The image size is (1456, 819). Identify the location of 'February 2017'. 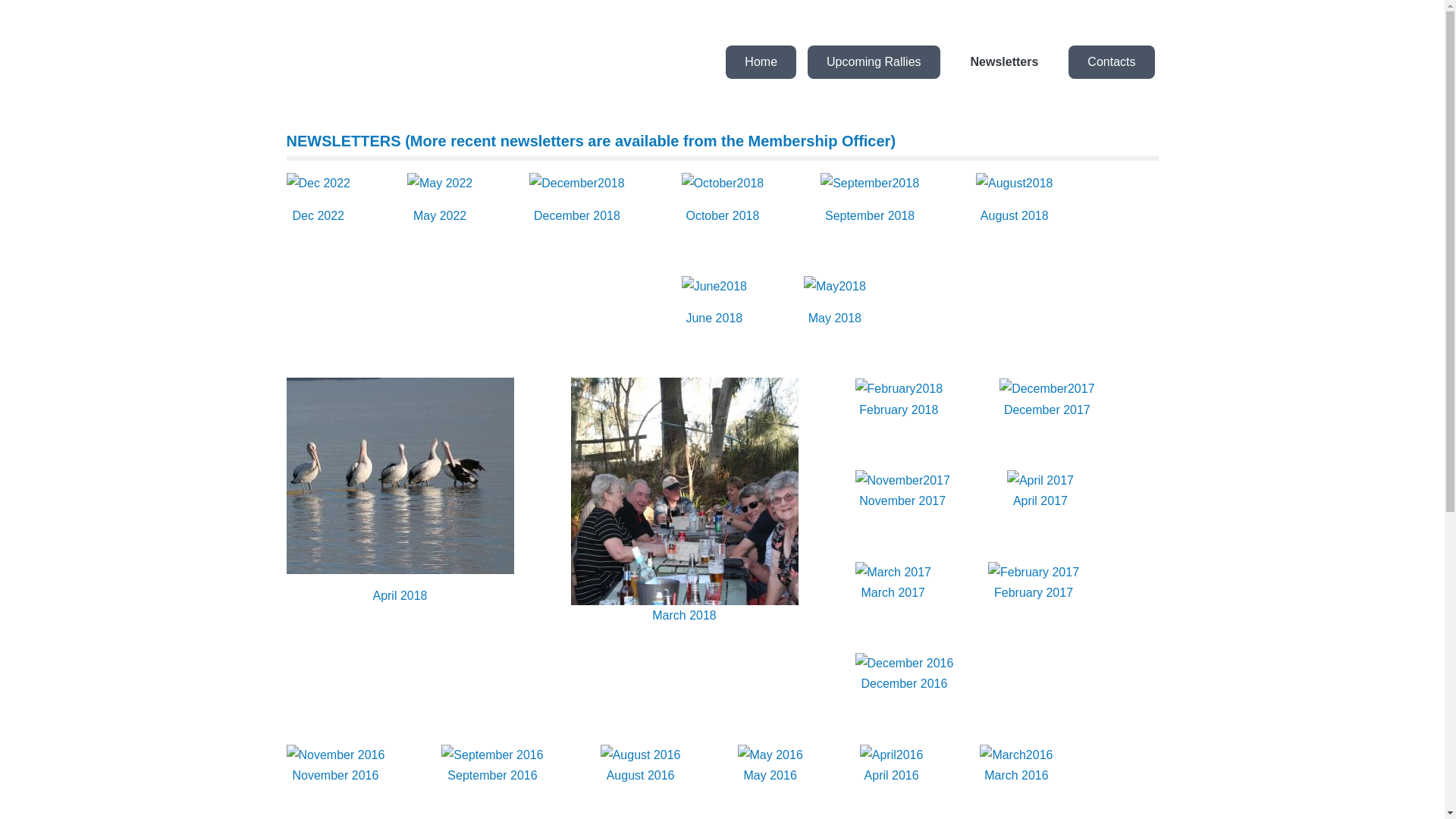
(1033, 591).